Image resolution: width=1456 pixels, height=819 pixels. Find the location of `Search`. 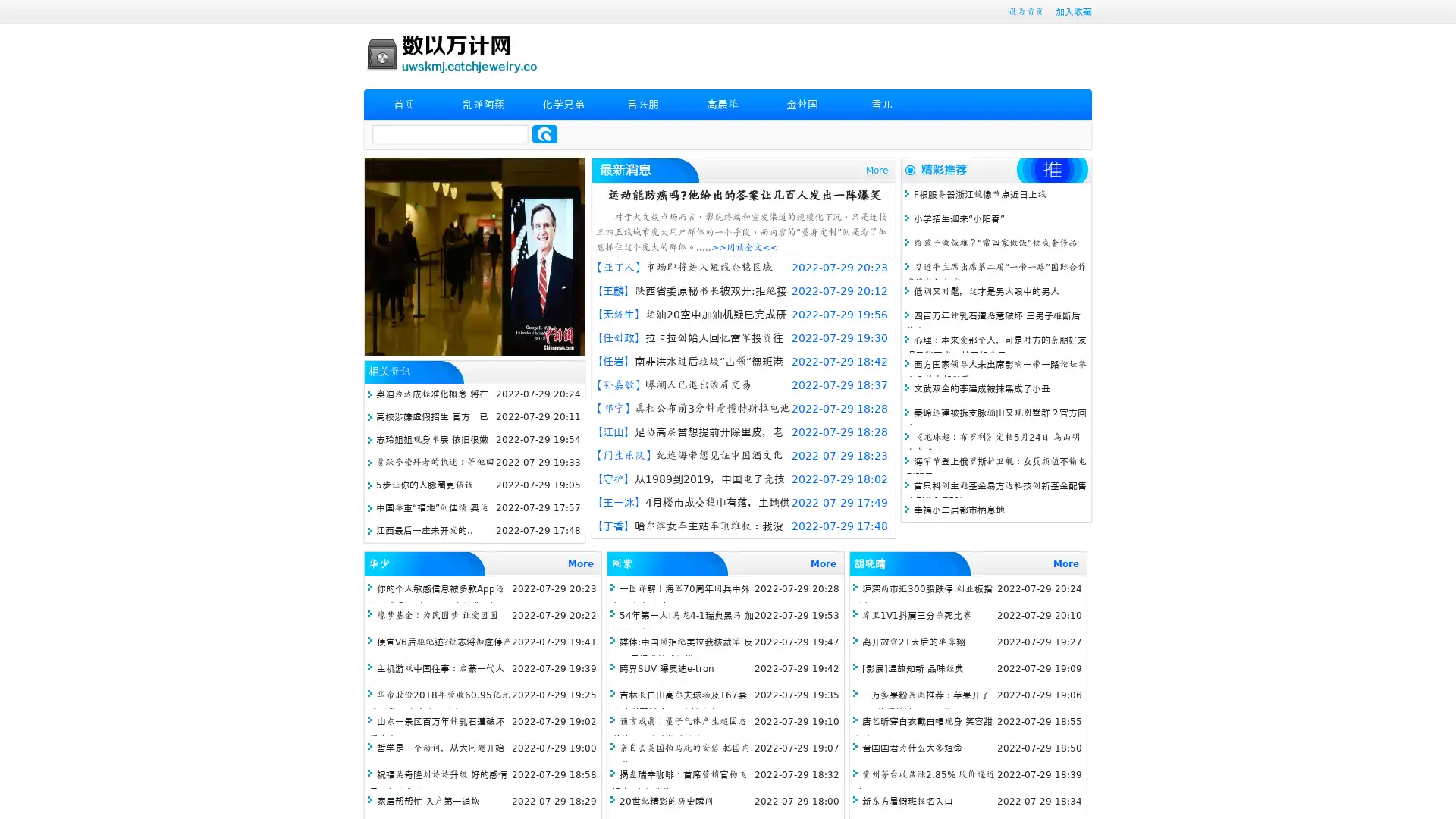

Search is located at coordinates (544, 133).